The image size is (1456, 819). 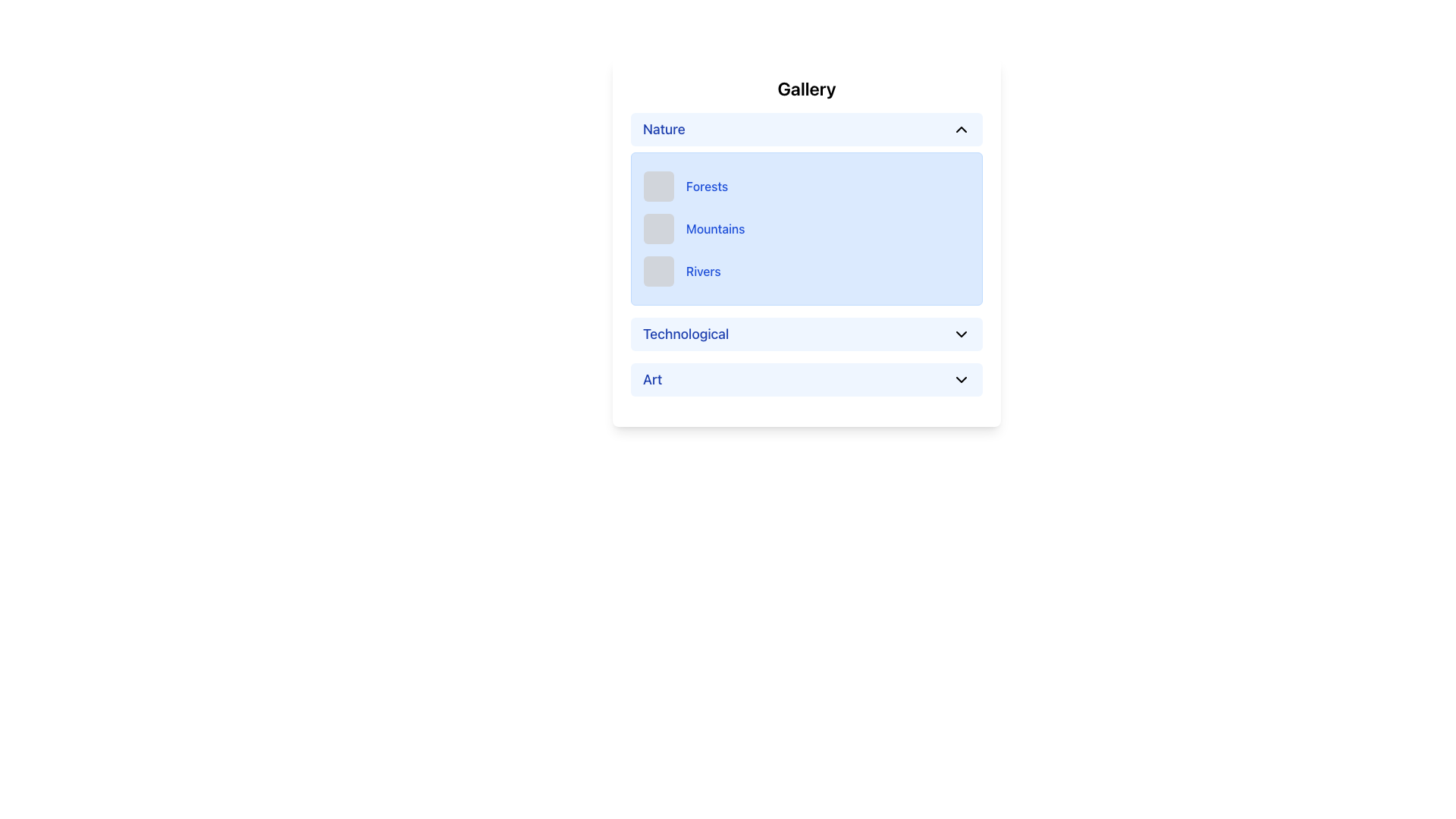 I want to click on the Dropdown menu toggle labeled 'Art', so click(x=806, y=379).